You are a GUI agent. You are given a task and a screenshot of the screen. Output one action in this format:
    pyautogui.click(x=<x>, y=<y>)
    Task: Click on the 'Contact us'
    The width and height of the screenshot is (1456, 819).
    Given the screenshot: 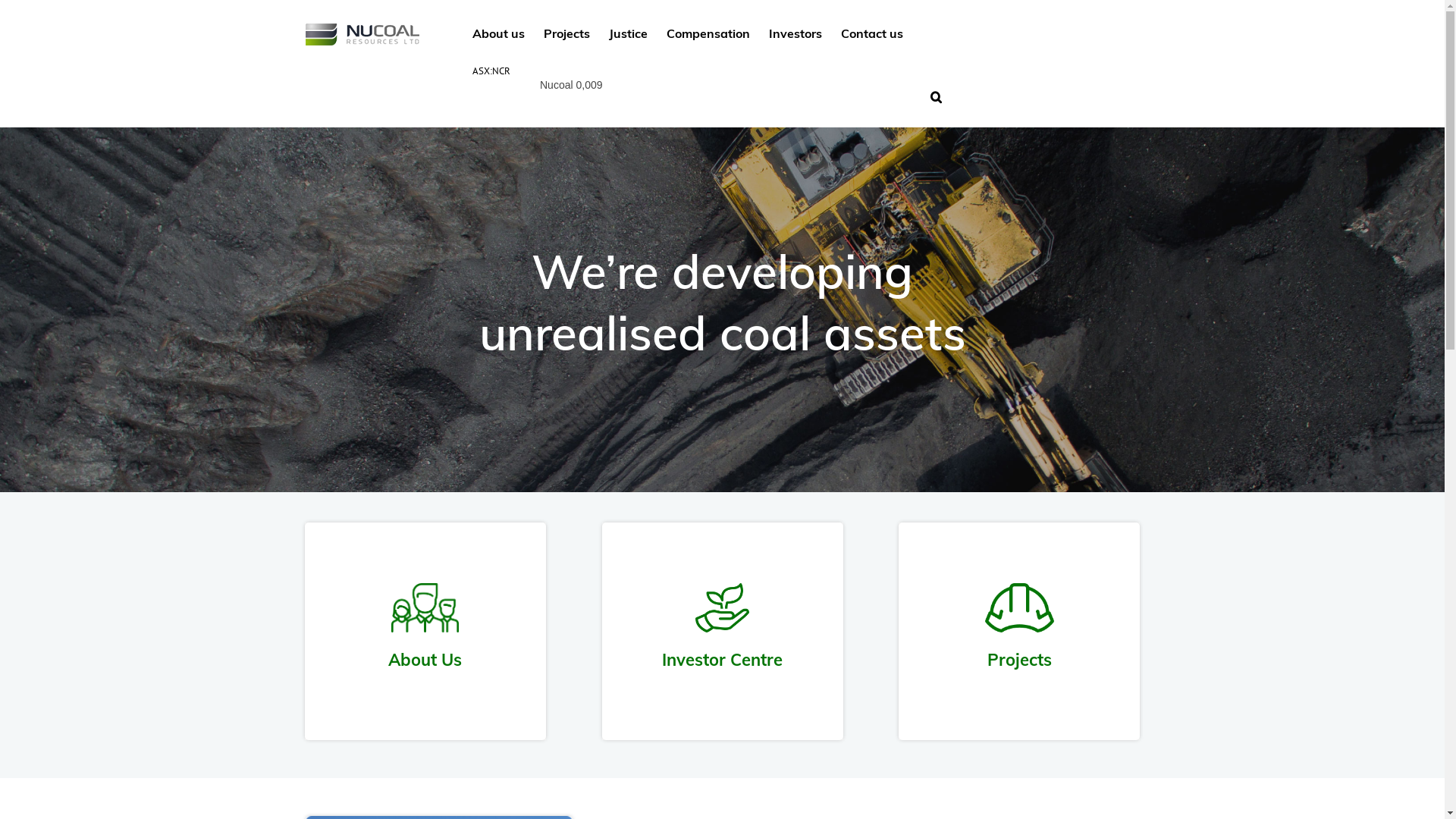 What is the action you would take?
    pyautogui.click(x=871, y=32)
    